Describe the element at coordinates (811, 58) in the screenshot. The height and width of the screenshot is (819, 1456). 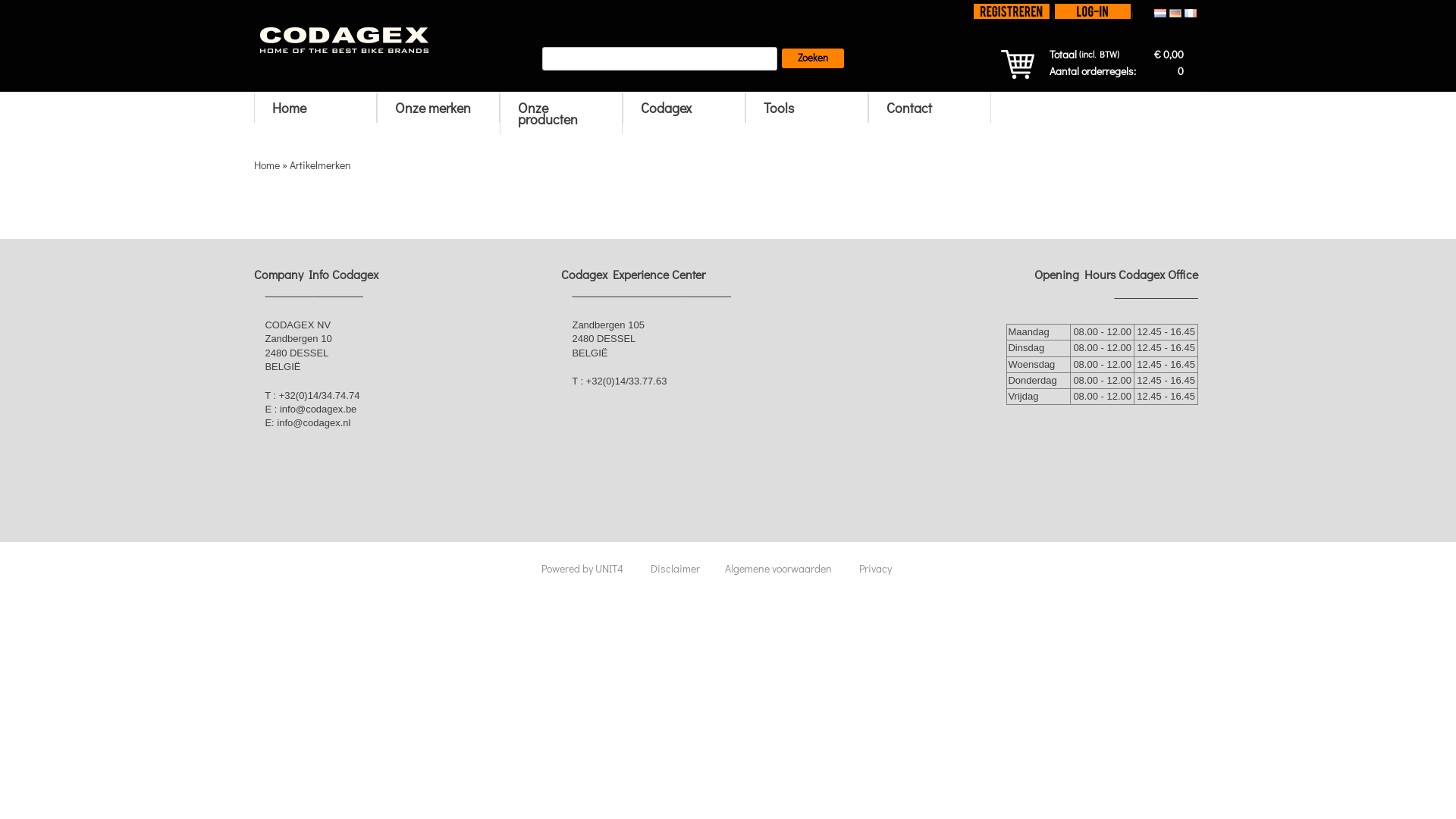
I see `'Zoeken'` at that location.